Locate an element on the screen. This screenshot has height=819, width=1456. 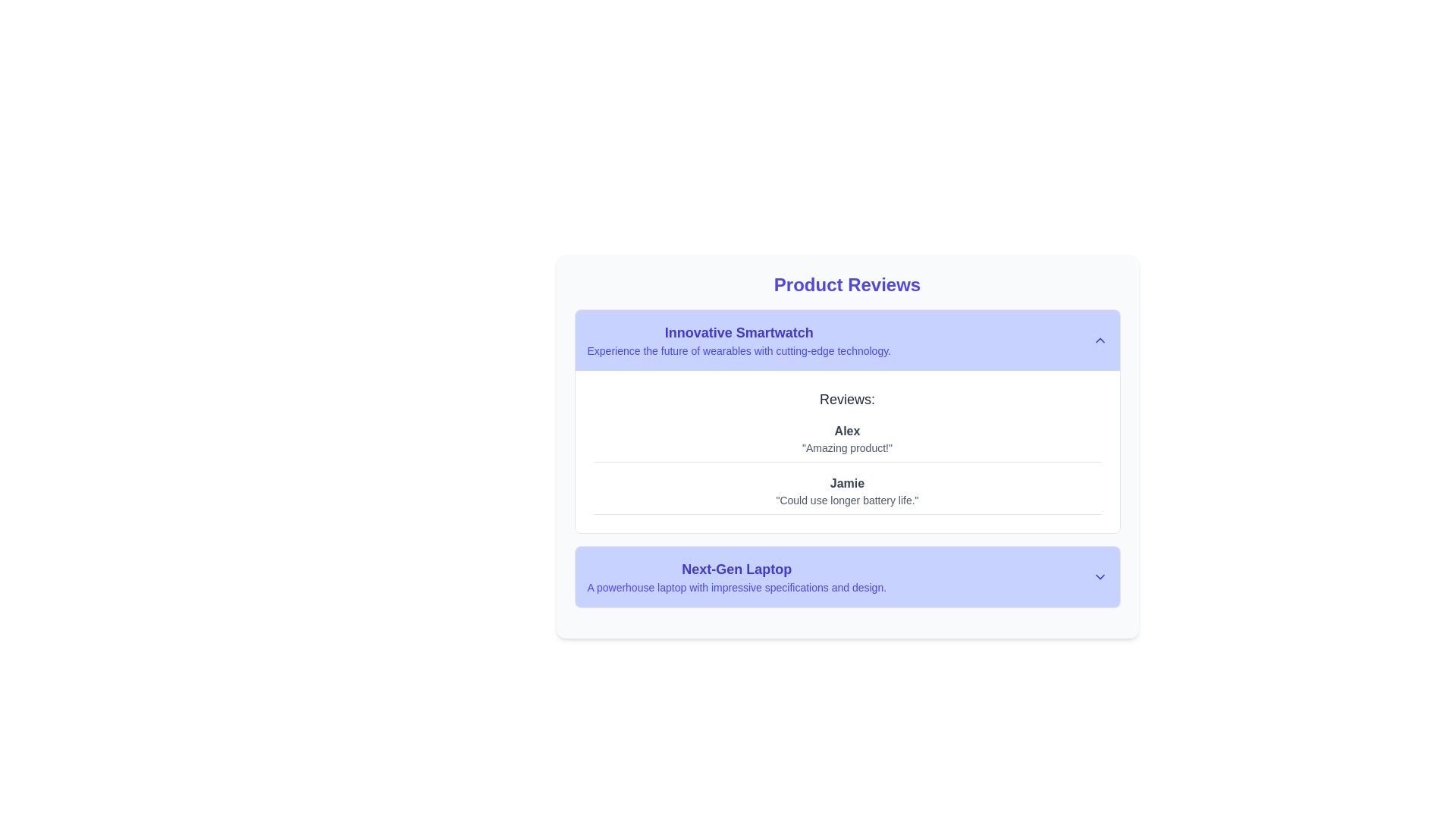
the text block summarizing the 'Next-Gen Laptop' product, located below the 'Innovative Smartwatch' section, to trigger associated actions is located at coordinates (736, 576).